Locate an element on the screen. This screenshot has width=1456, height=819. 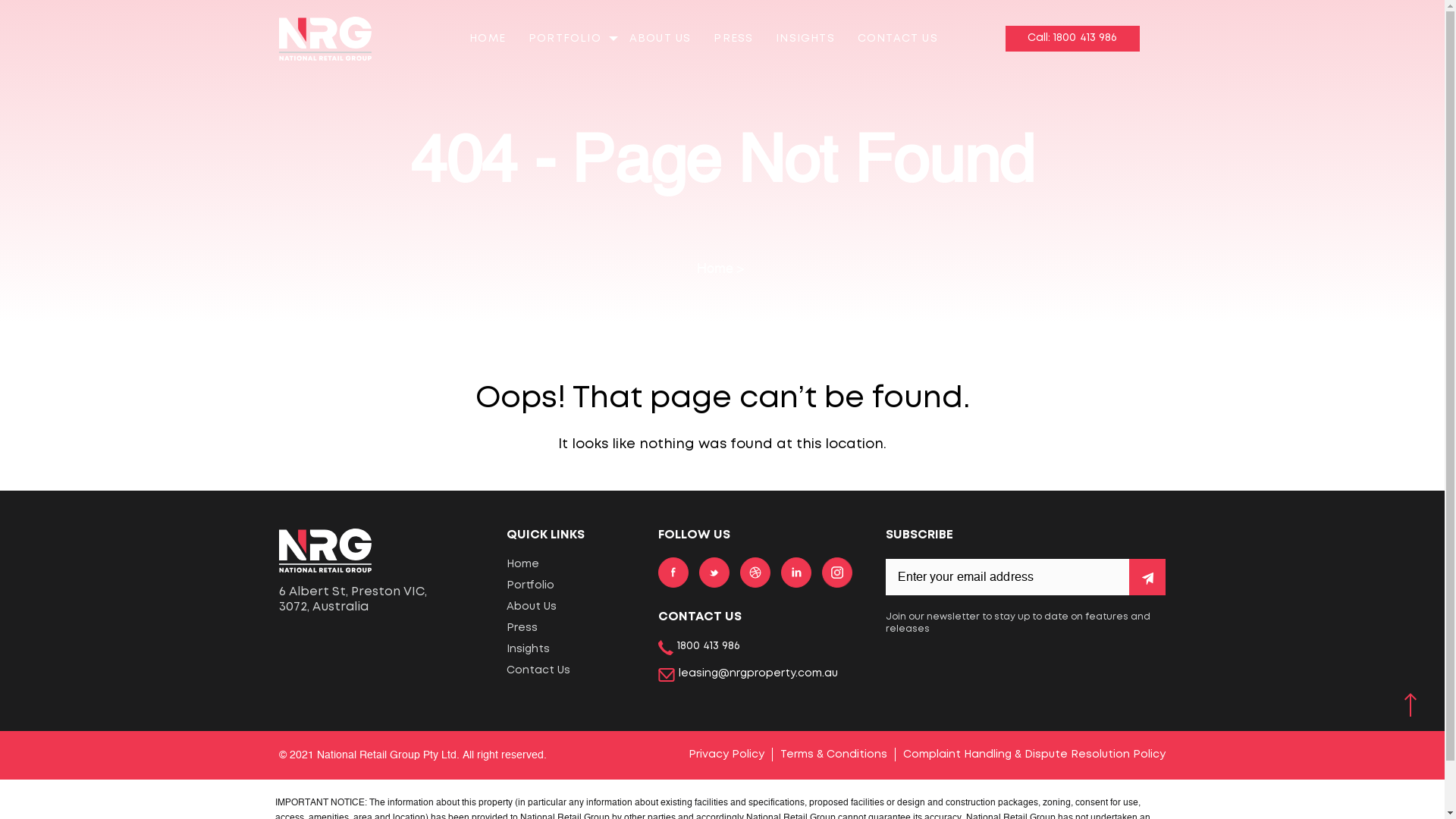
'Press' is located at coordinates (506, 628).